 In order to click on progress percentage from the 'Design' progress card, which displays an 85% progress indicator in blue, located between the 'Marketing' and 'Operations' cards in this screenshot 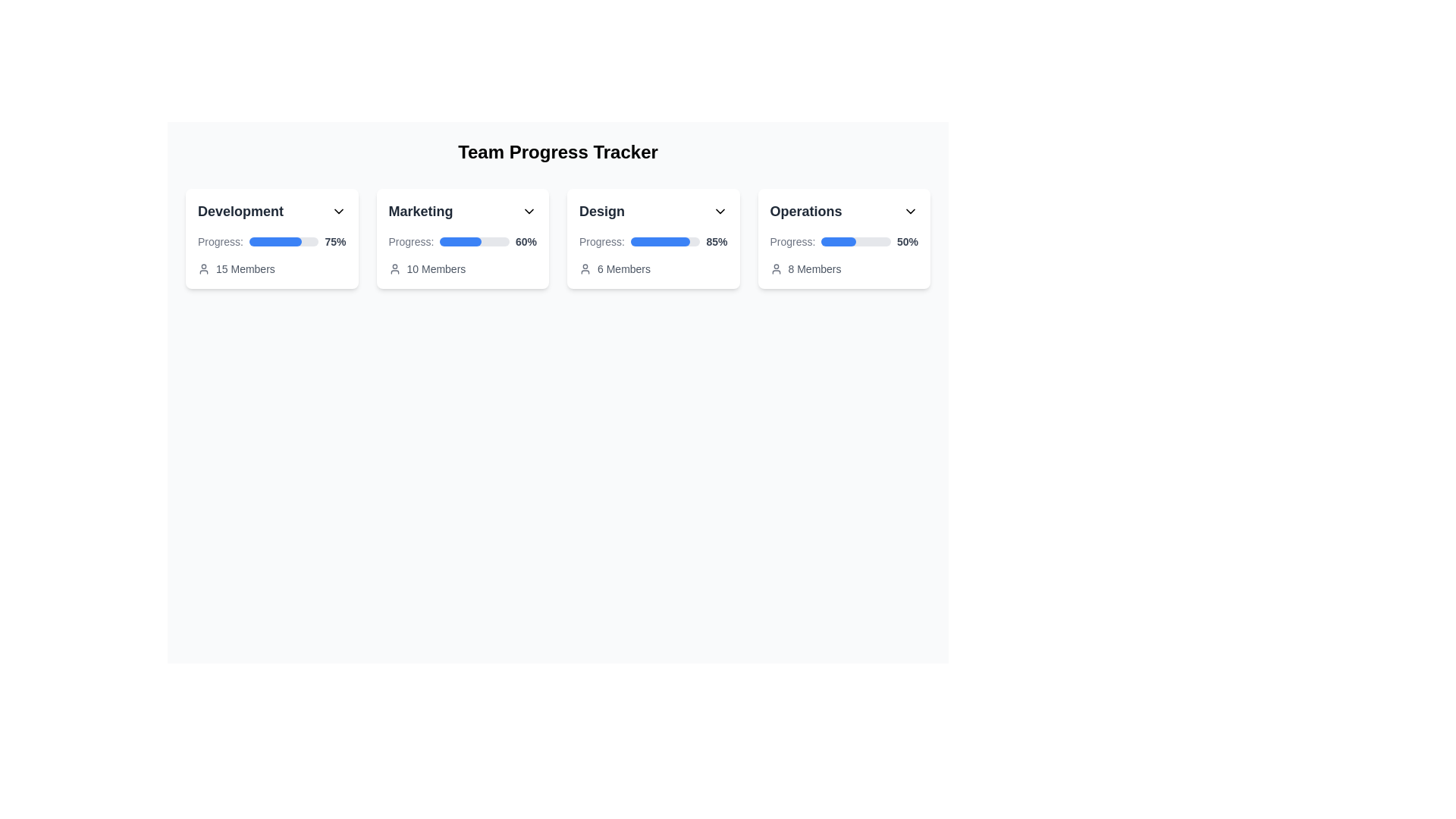, I will do `click(653, 239)`.